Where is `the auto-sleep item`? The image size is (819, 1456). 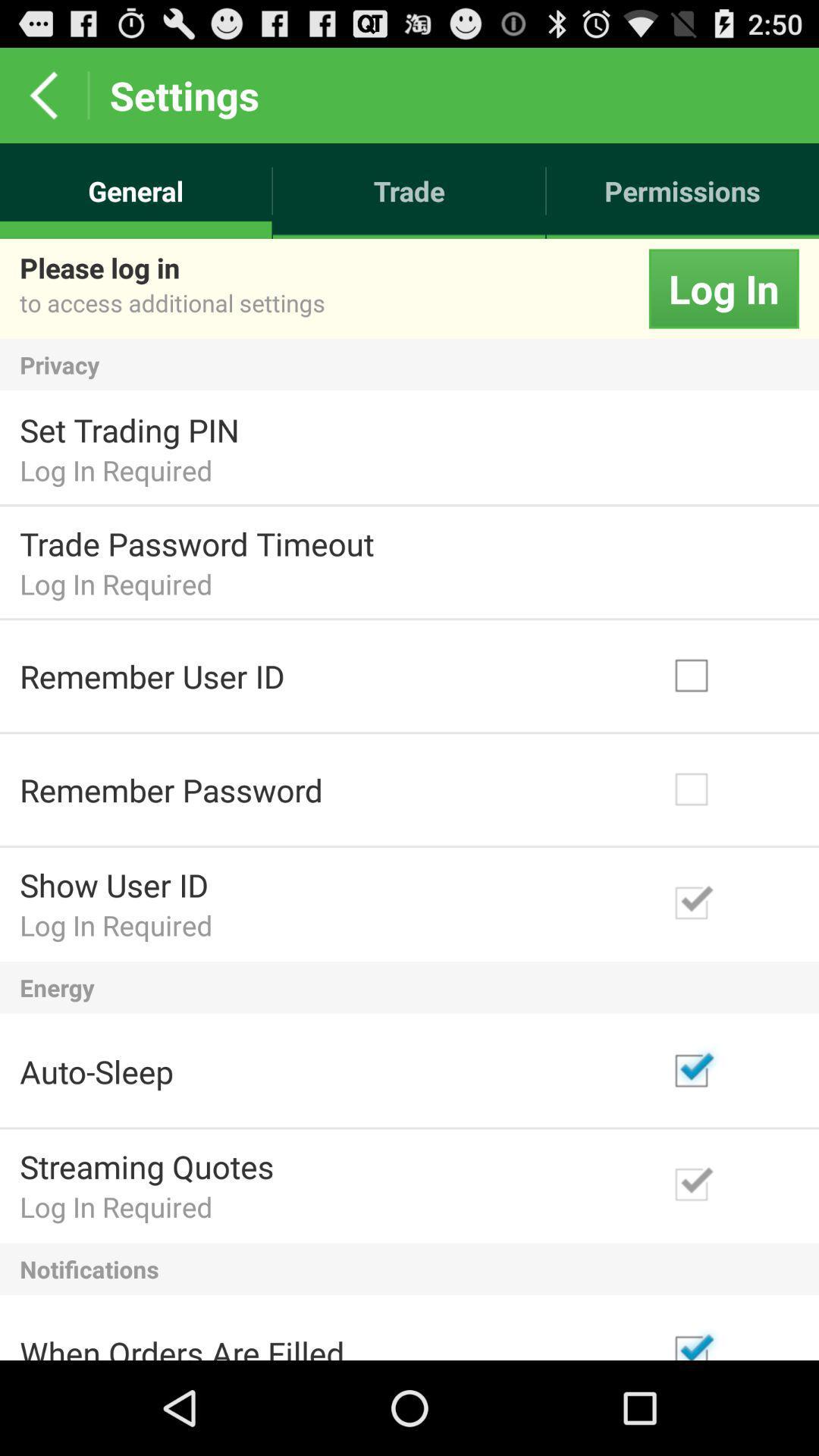 the auto-sleep item is located at coordinates (96, 1070).